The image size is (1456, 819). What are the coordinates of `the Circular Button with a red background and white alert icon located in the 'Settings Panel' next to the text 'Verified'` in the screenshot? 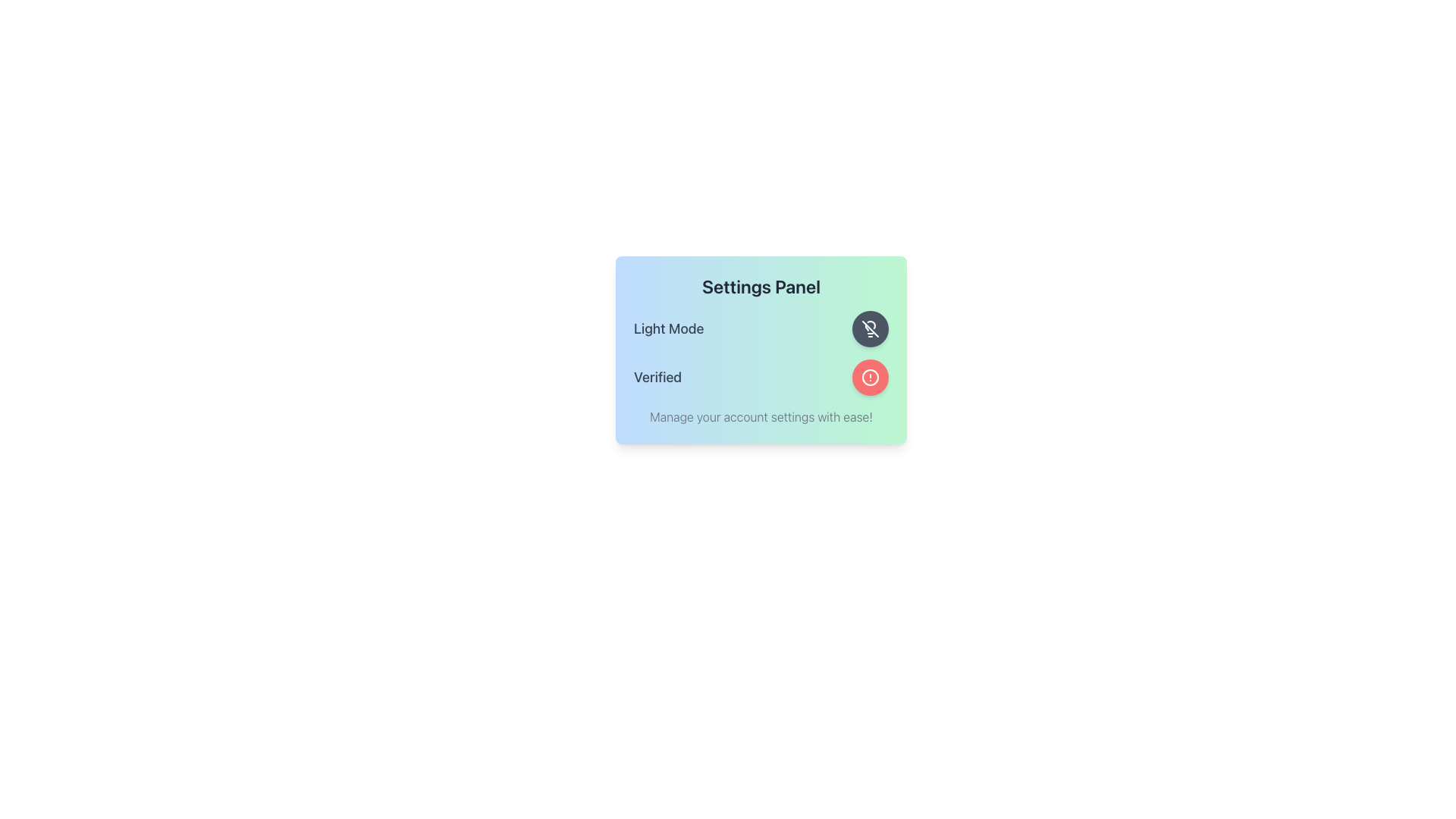 It's located at (870, 376).